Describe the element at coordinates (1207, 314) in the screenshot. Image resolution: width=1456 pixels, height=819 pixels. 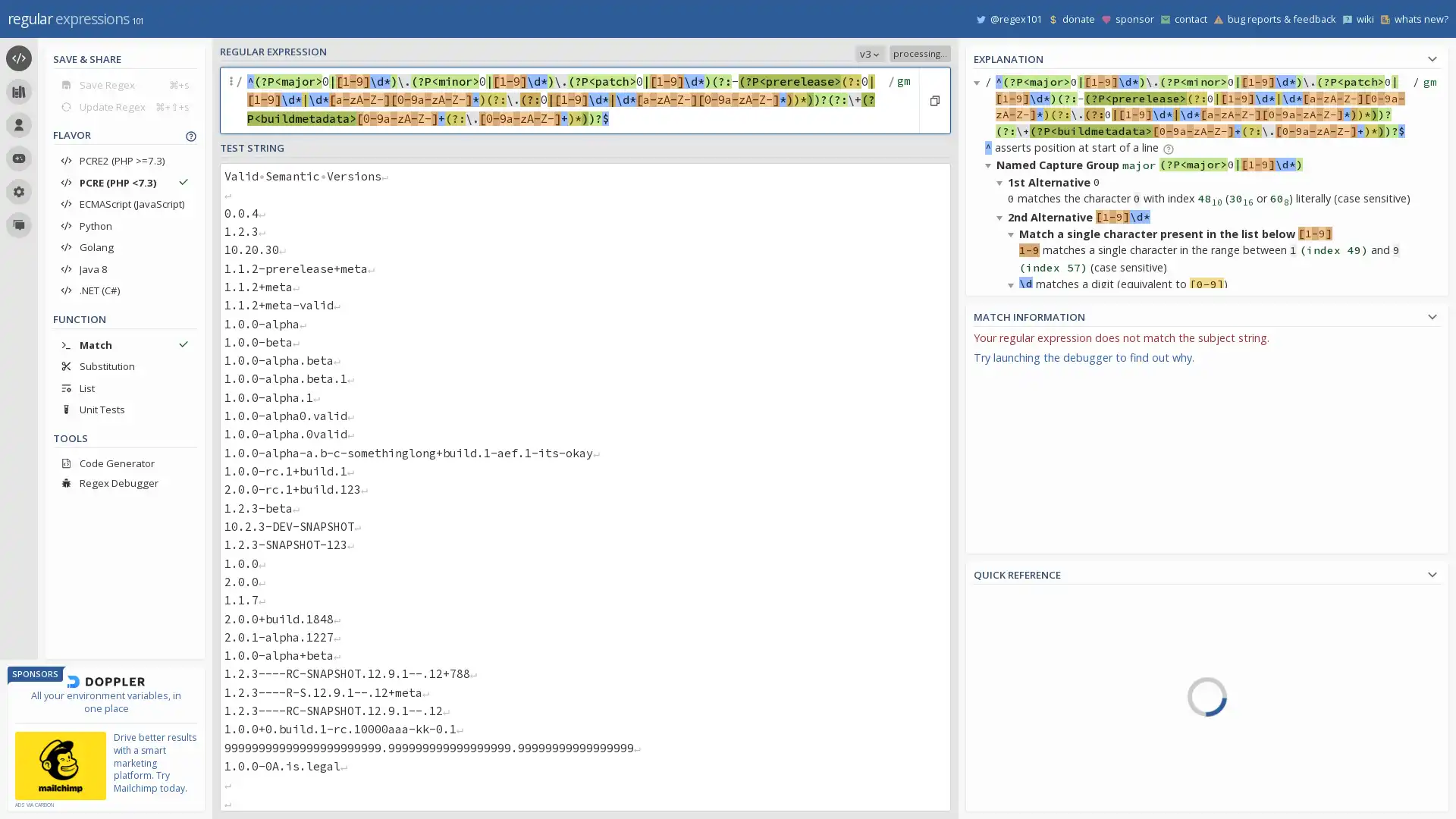
I see `MATCH INFORMATION` at that location.